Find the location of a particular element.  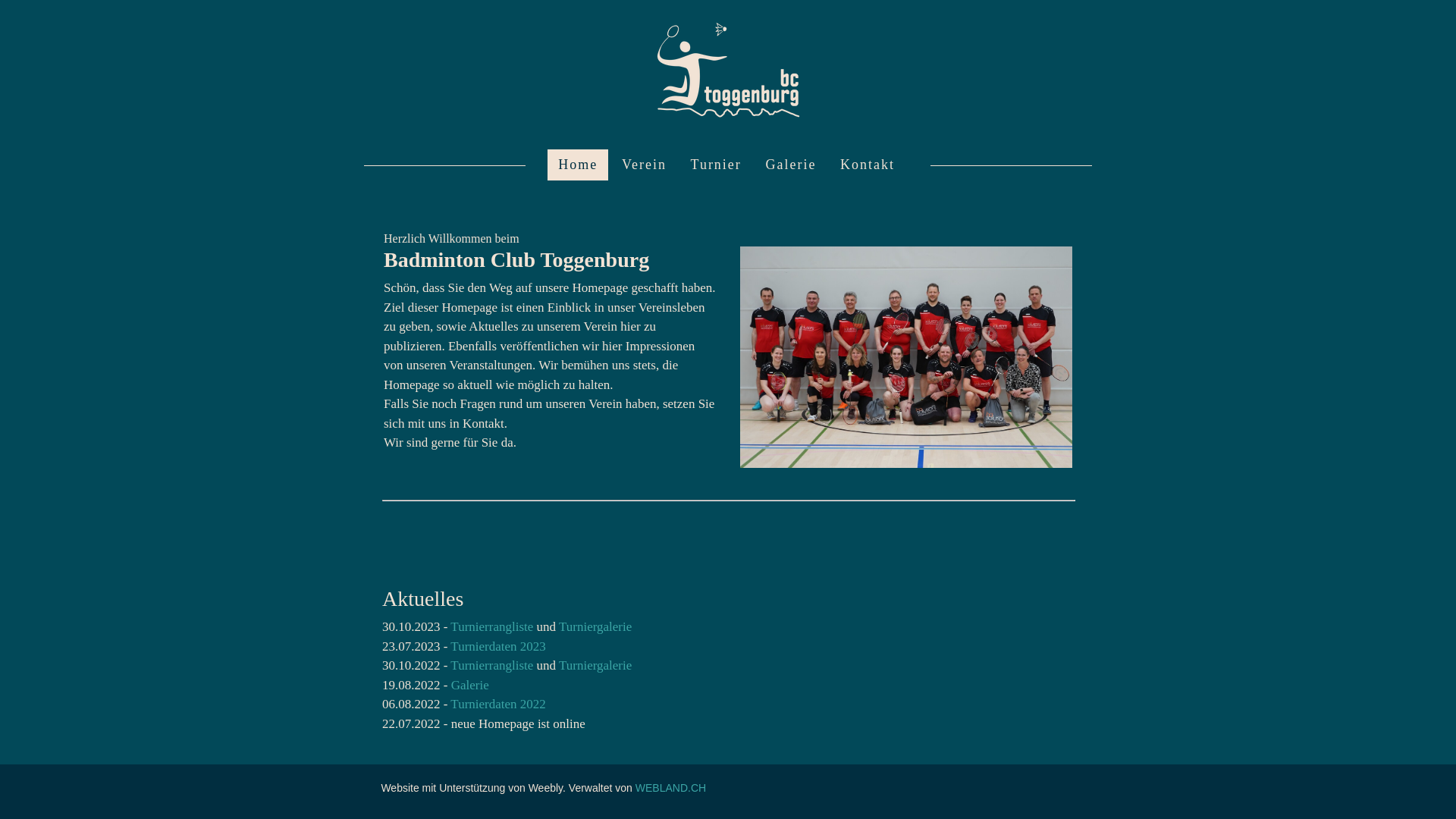

'Turnierdaten 2022' is located at coordinates (497, 704).